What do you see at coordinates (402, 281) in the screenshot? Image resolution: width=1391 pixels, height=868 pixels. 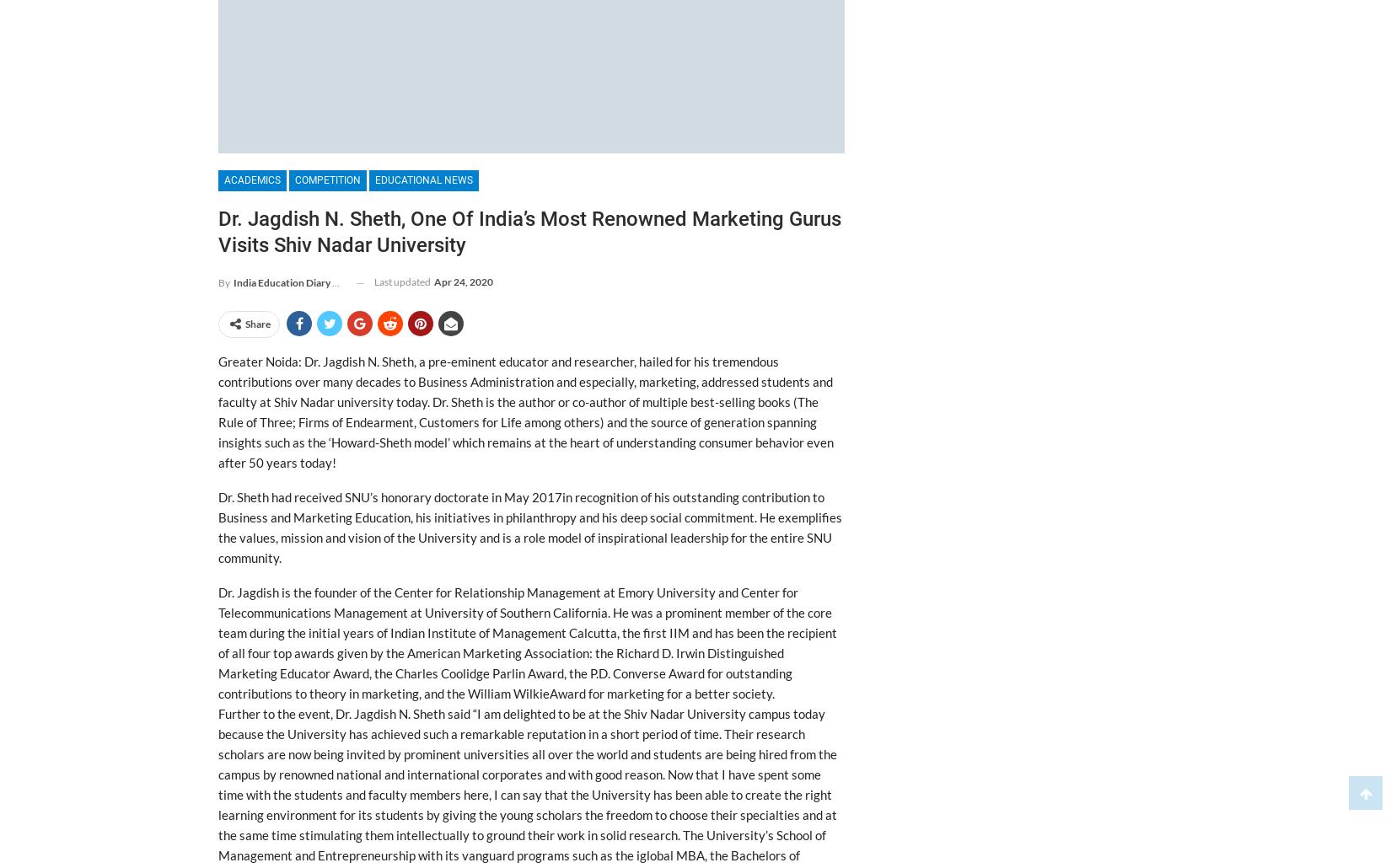 I see `'Last updated'` at bounding box center [402, 281].